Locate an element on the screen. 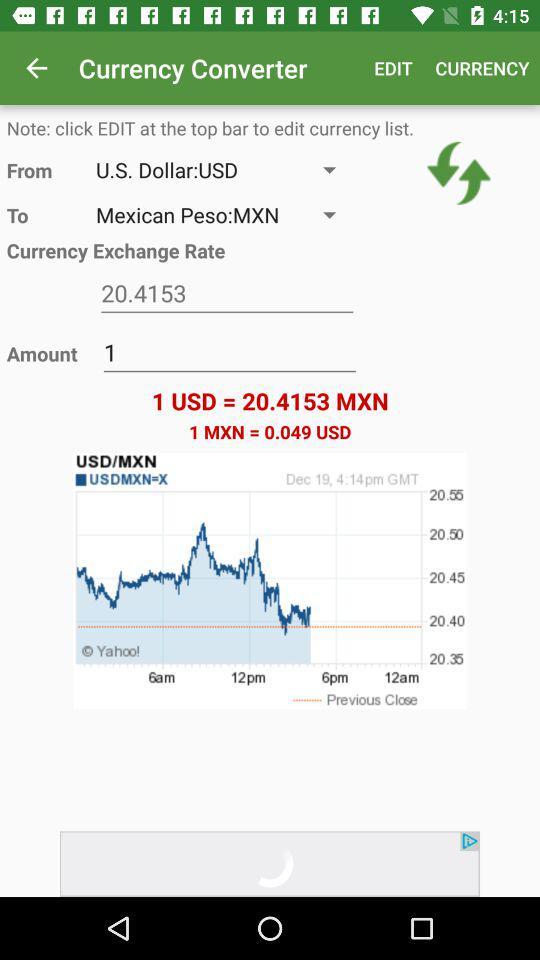  app to the left of currency converter is located at coordinates (36, 68).